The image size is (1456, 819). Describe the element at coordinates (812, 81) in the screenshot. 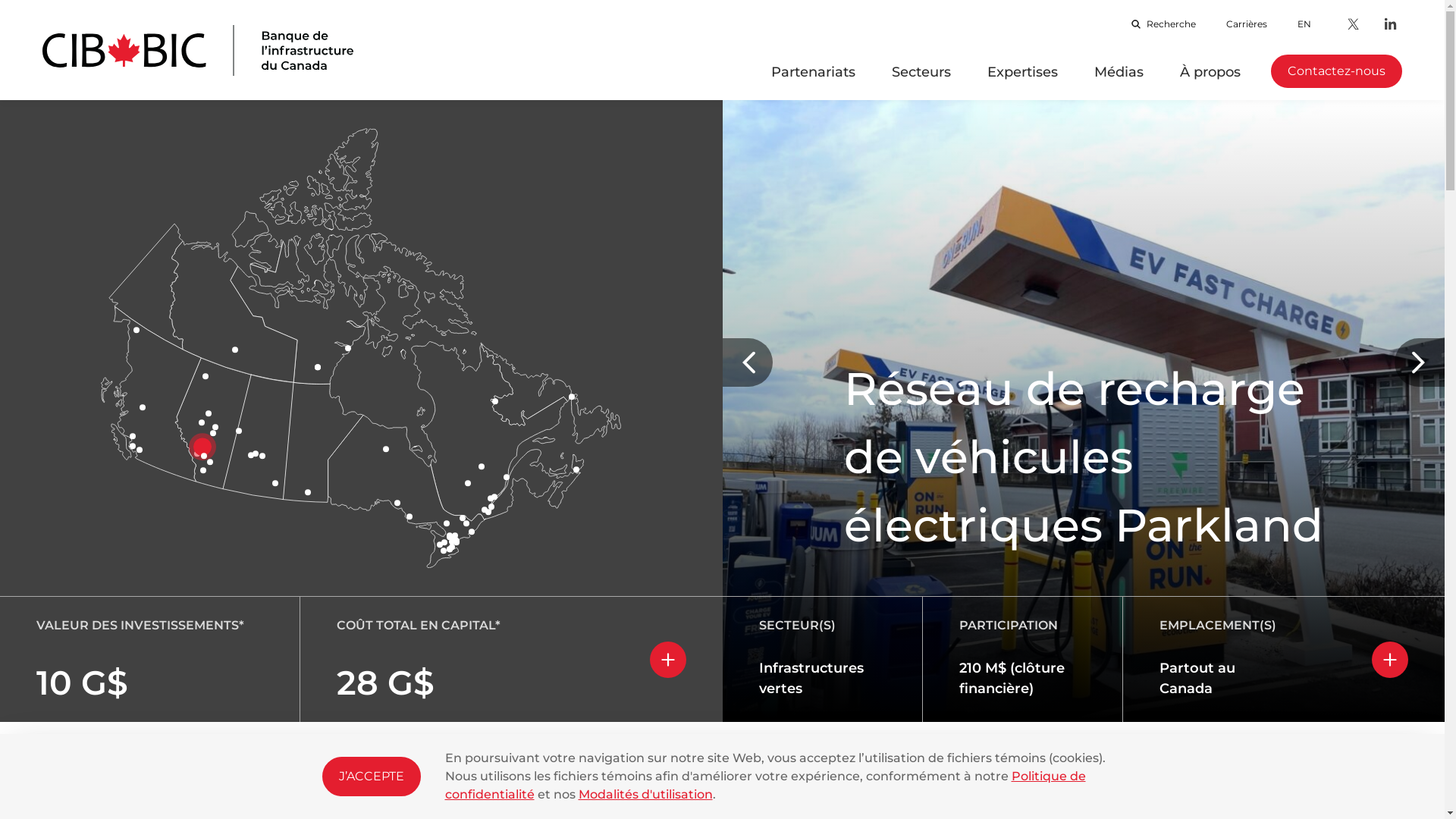

I see `'Partenariats'` at that location.